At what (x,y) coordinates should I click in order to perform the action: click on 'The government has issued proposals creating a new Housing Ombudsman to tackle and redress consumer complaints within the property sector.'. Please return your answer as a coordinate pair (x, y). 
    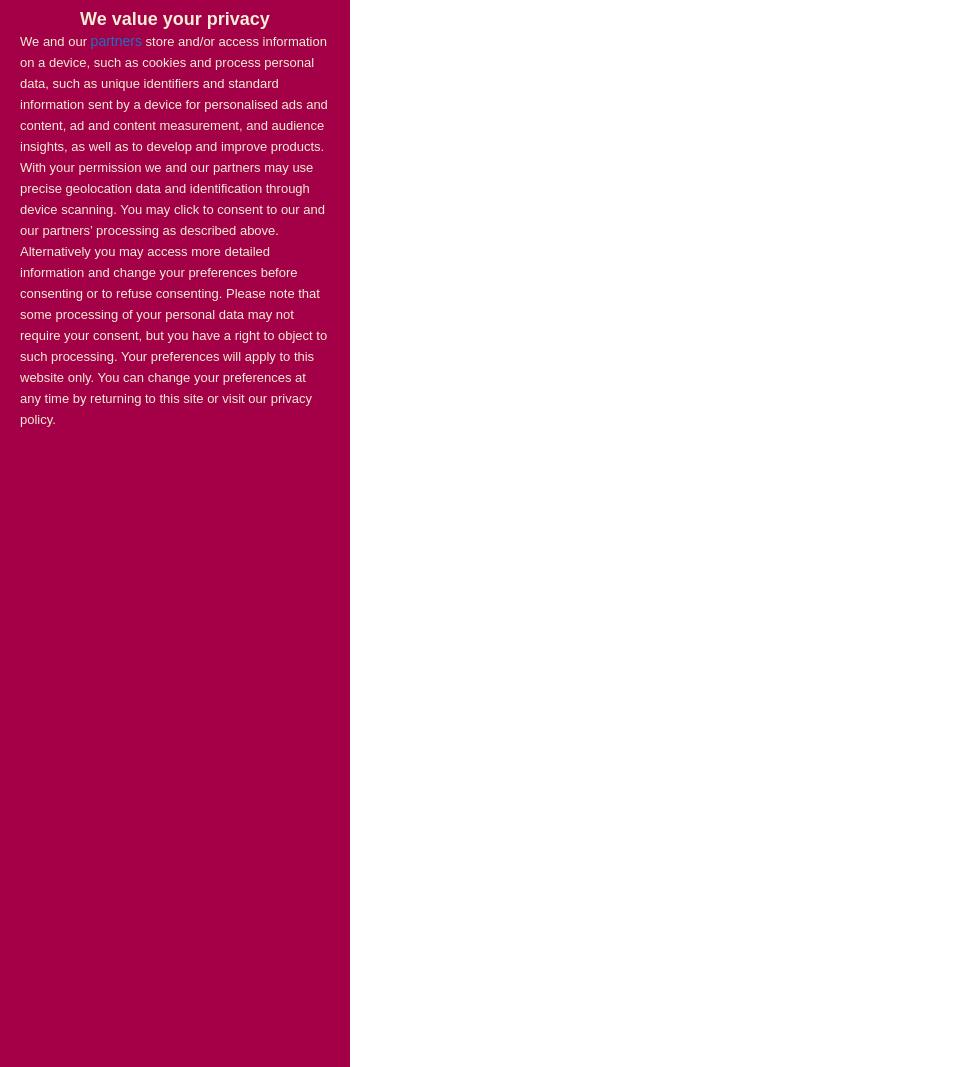
    Looking at the image, I should click on (170, 607).